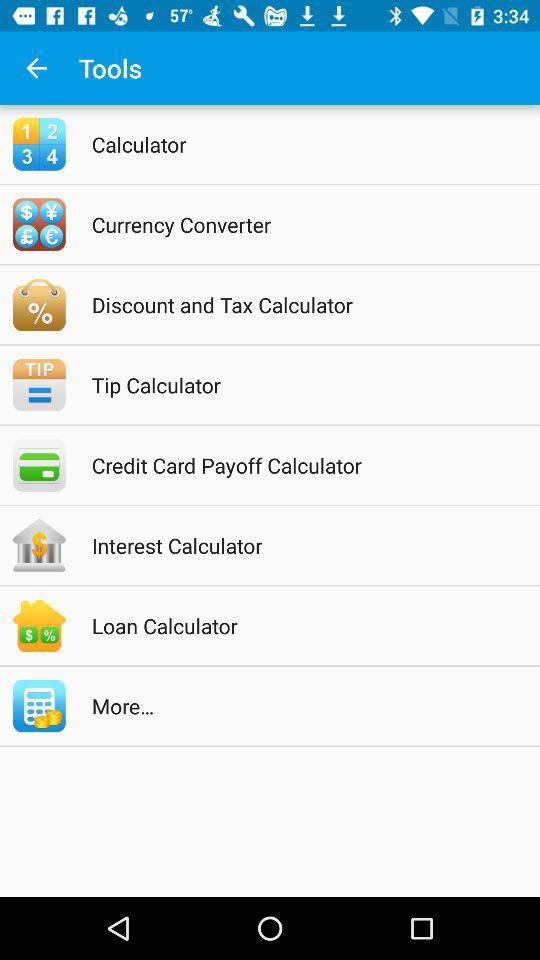 This screenshot has width=540, height=960. I want to click on the icon which is left to the loan calculator, so click(39, 625).